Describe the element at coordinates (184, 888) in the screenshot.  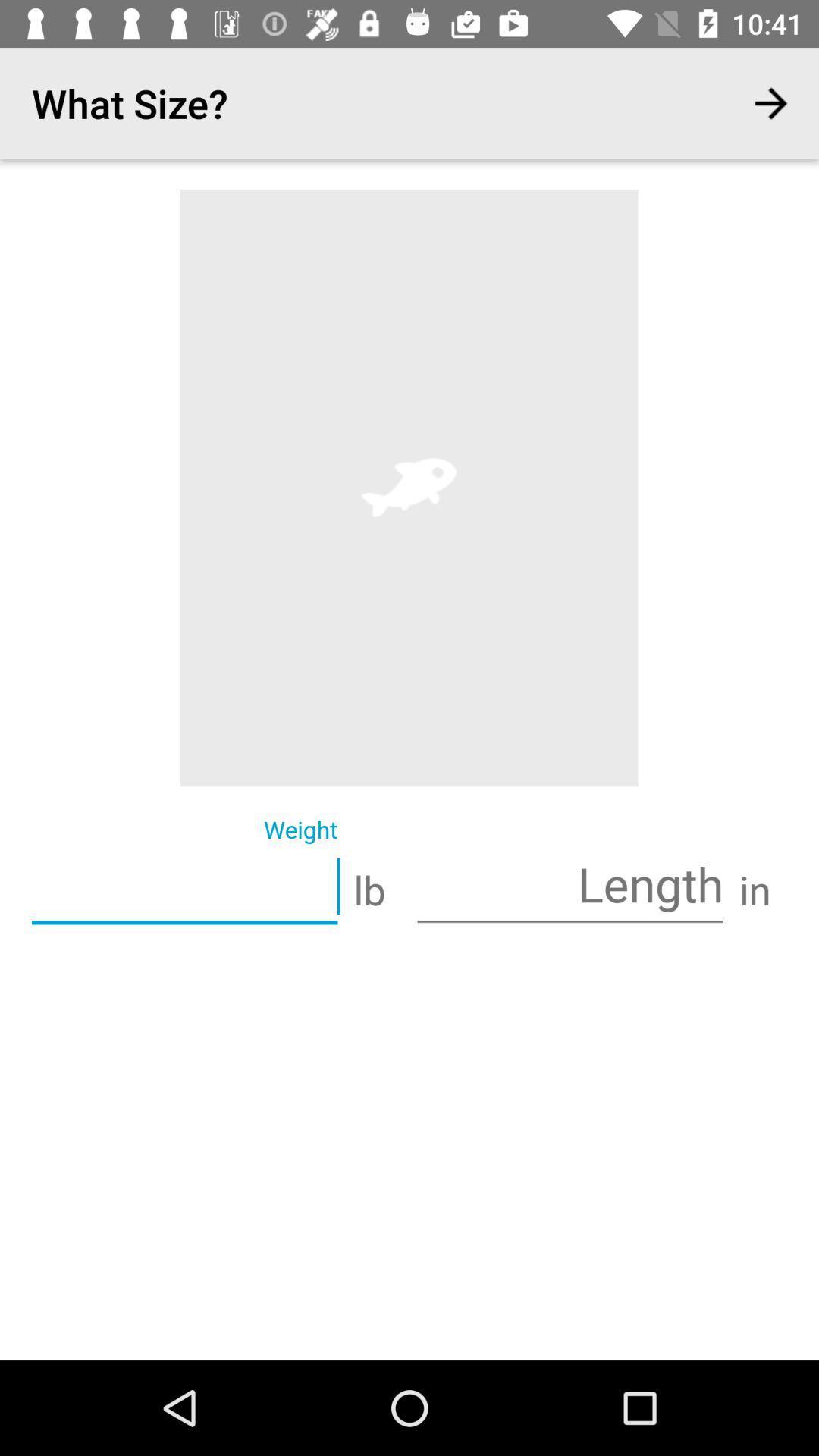
I see `weight in pounds` at that location.